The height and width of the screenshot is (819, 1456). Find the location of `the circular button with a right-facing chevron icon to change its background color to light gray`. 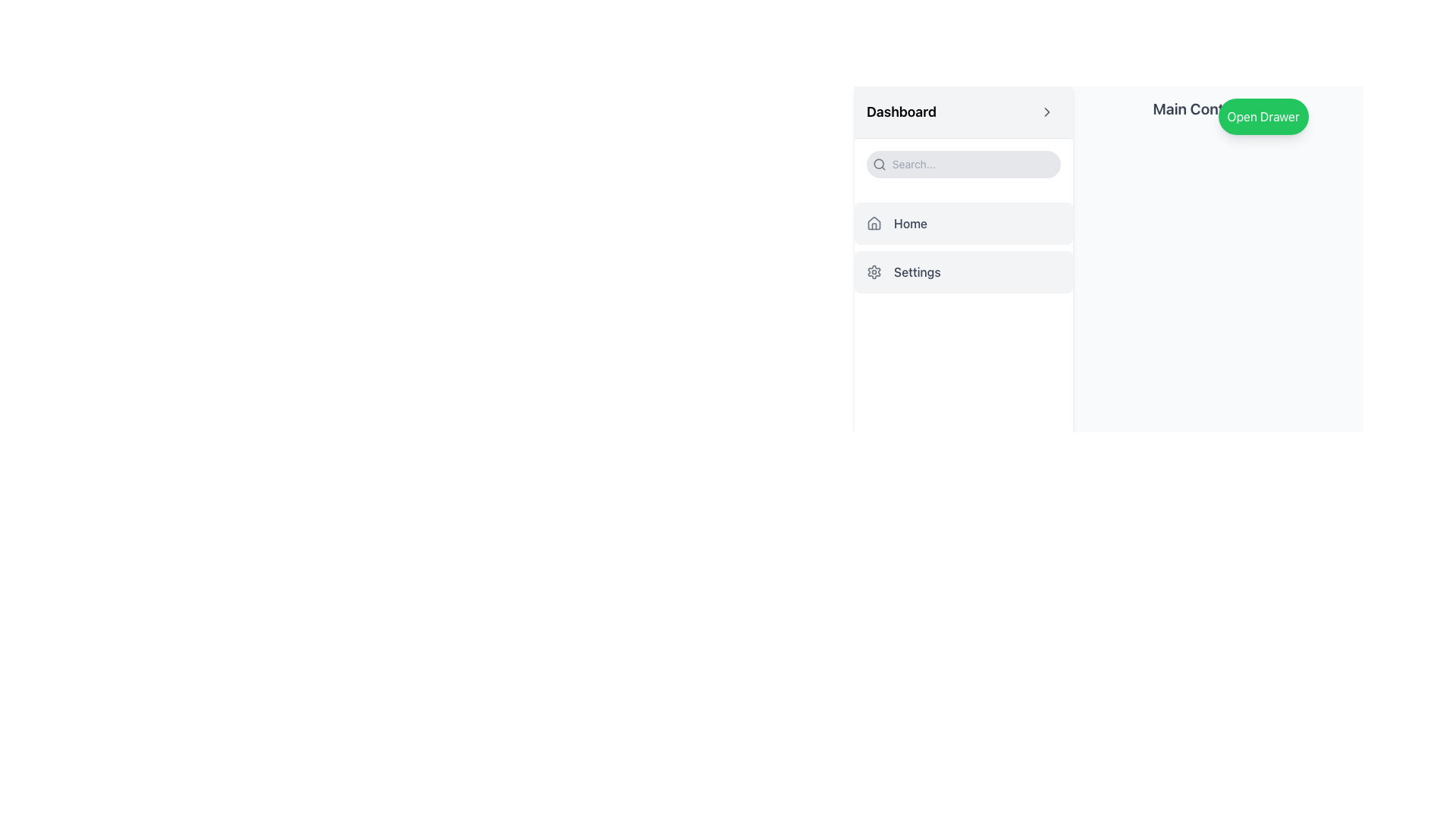

the circular button with a right-facing chevron icon to change its background color to light gray is located at coordinates (1046, 111).